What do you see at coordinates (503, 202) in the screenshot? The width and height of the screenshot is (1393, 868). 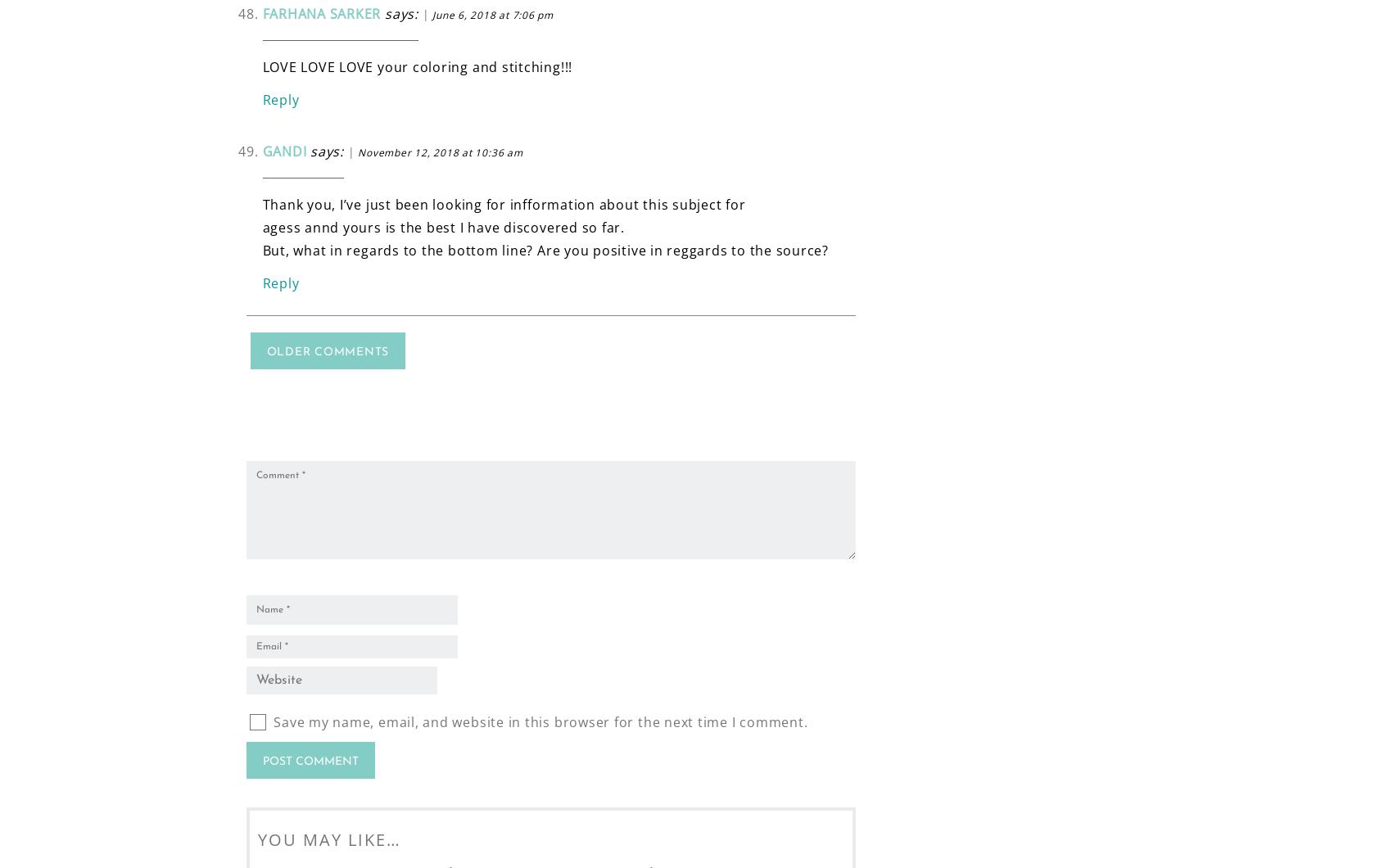 I see `'Thank you, I’ve just been looking for infformation about this subject for'` at bounding box center [503, 202].